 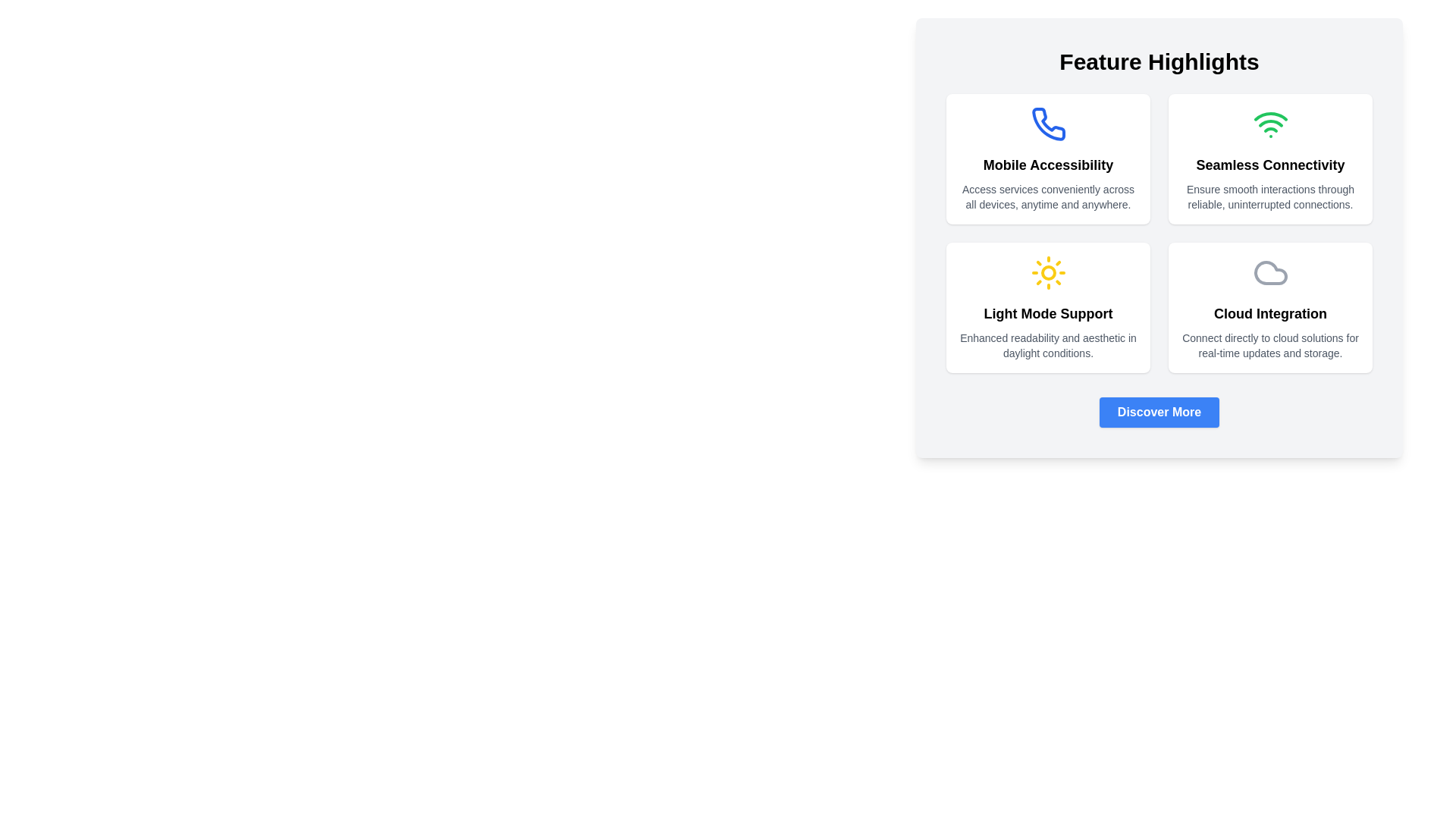 What do you see at coordinates (1270, 345) in the screenshot?
I see `the descriptive text related to the feature 'Cloud Integration', located at the bottom-right section of a grid layout of four cards within the 'Feature Highlights' section` at bounding box center [1270, 345].